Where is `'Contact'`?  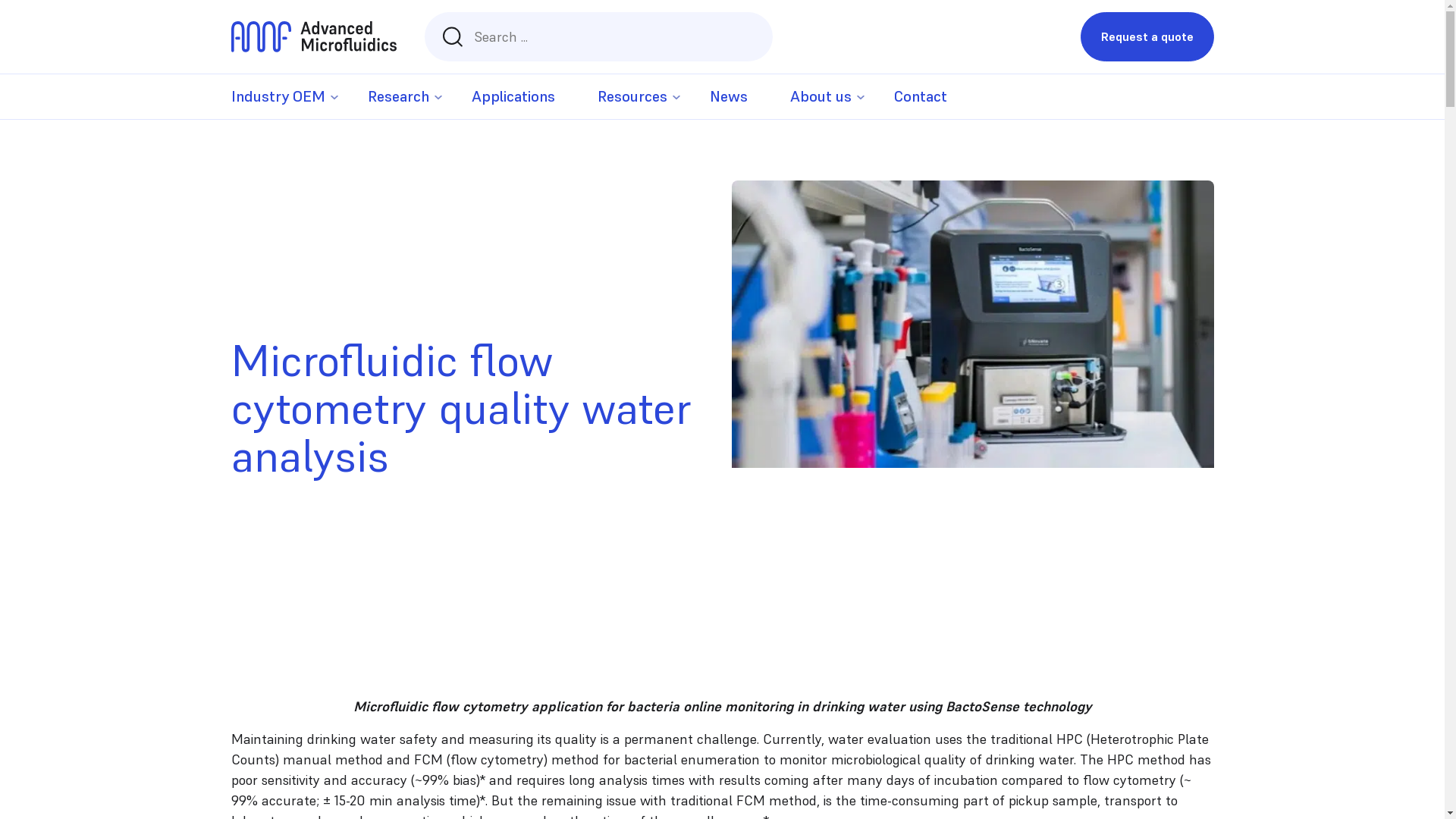
'Contact' is located at coordinates (919, 96).